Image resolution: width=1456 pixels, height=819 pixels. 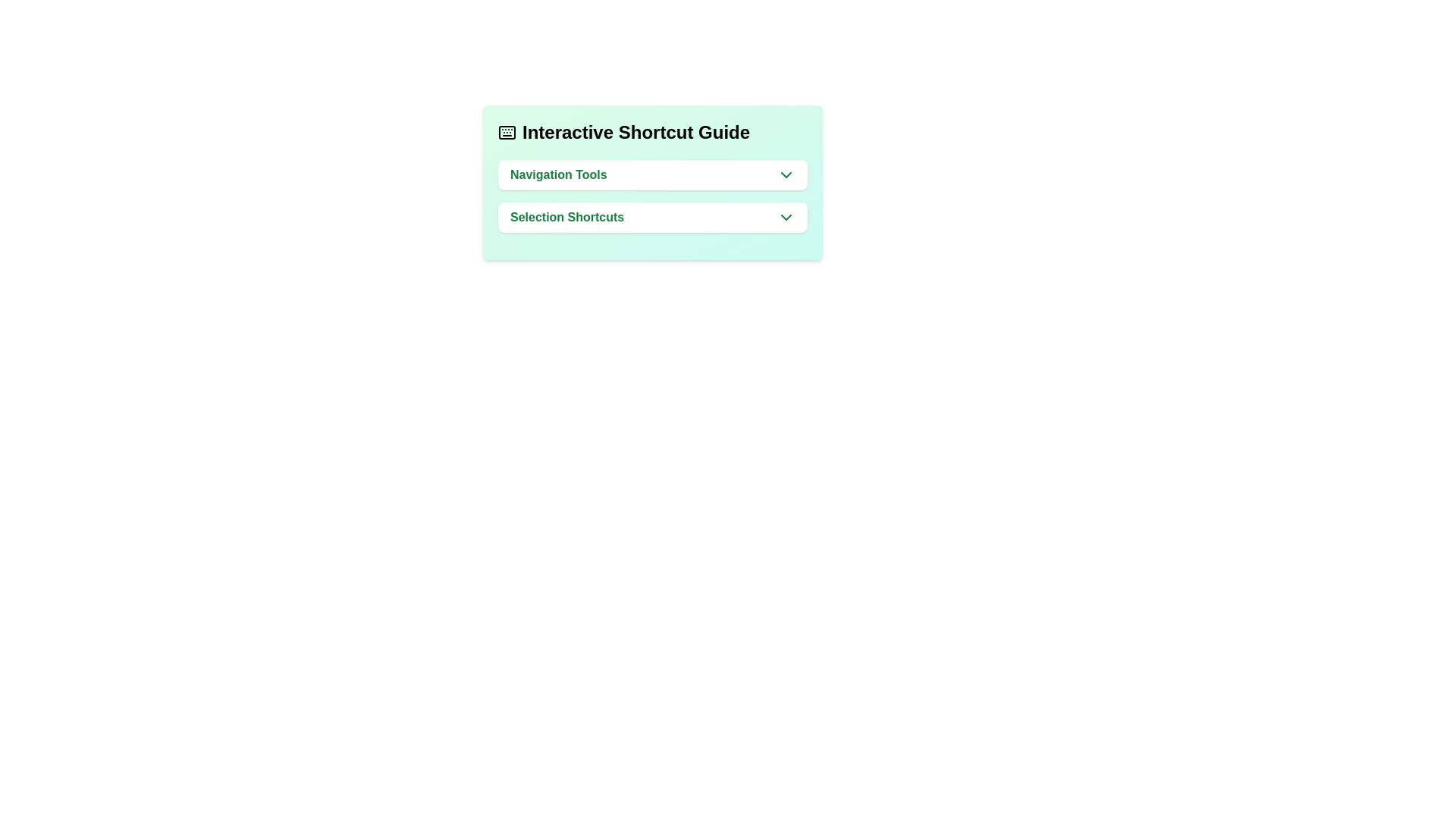 What do you see at coordinates (652, 217) in the screenshot?
I see `the Dropdown button for 'Selection Shortcuts', which is the second item in the 'Interactive Shortcut Guide' list` at bounding box center [652, 217].